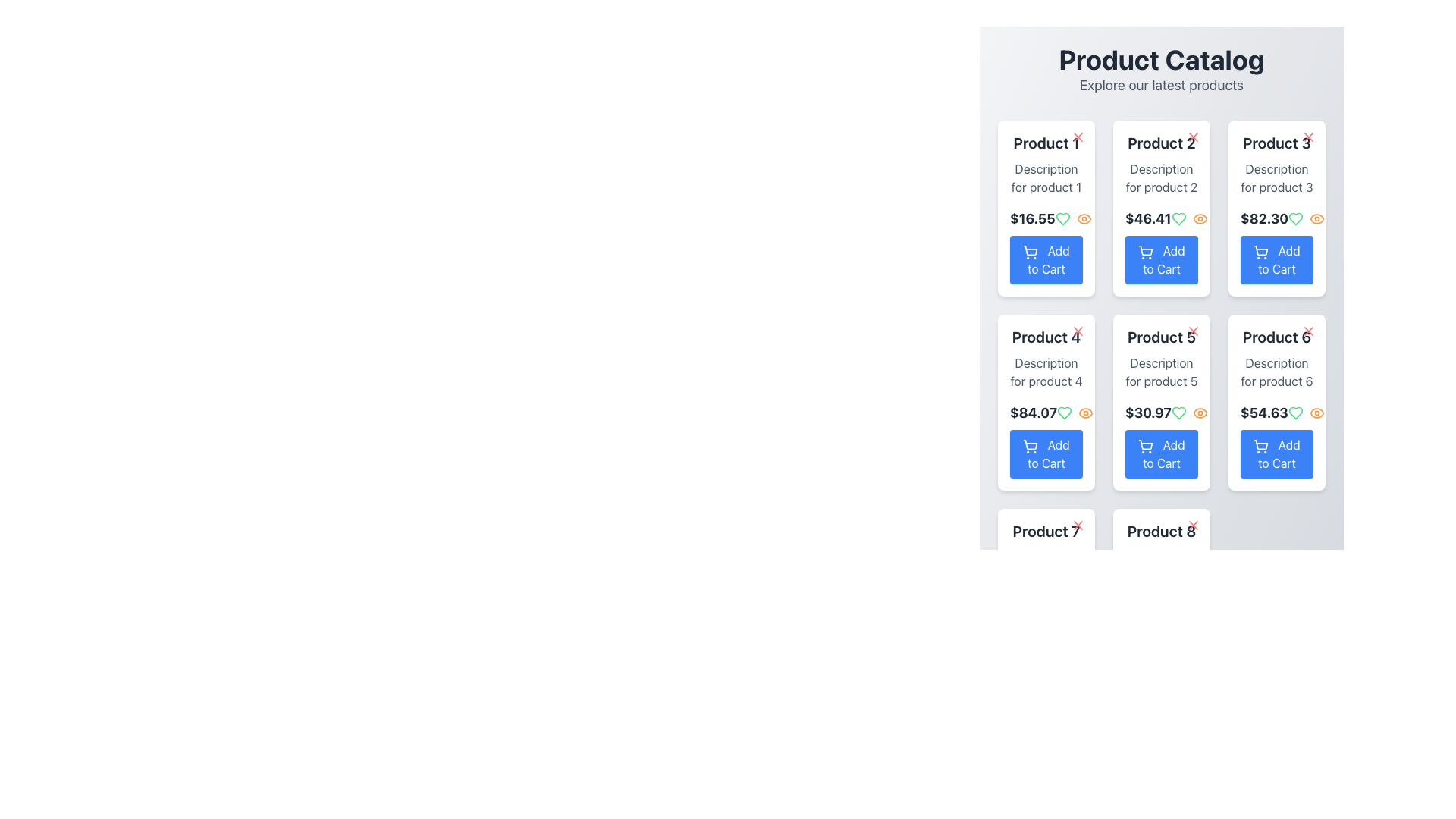  What do you see at coordinates (1031, 445) in the screenshot?
I see `the 'Add to Cart' button icon for 'Product 4', located in the second row and first column of the product grid` at bounding box center [1031, 445].